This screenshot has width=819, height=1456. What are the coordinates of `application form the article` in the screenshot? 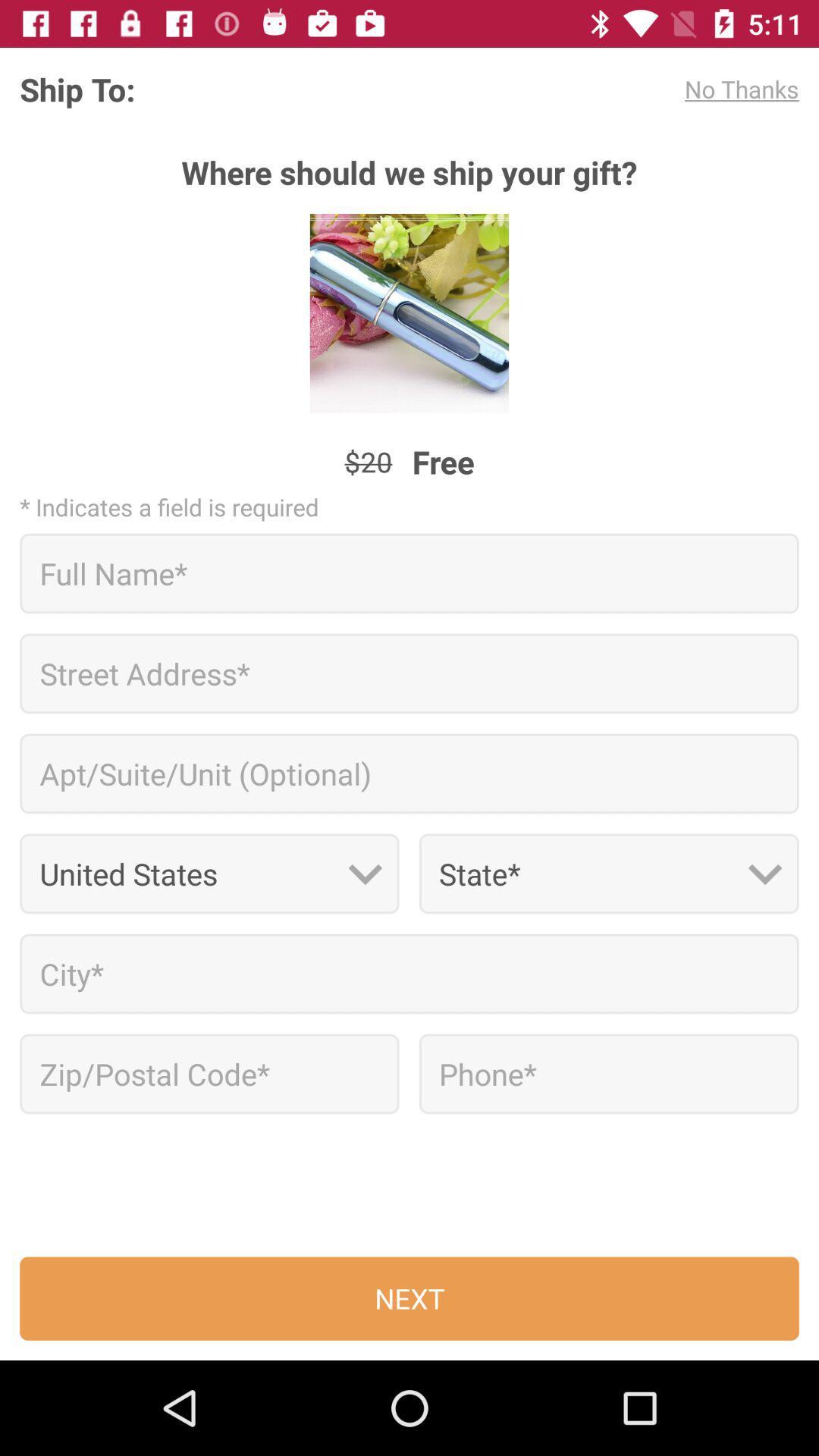 It's located at (608, 1073).